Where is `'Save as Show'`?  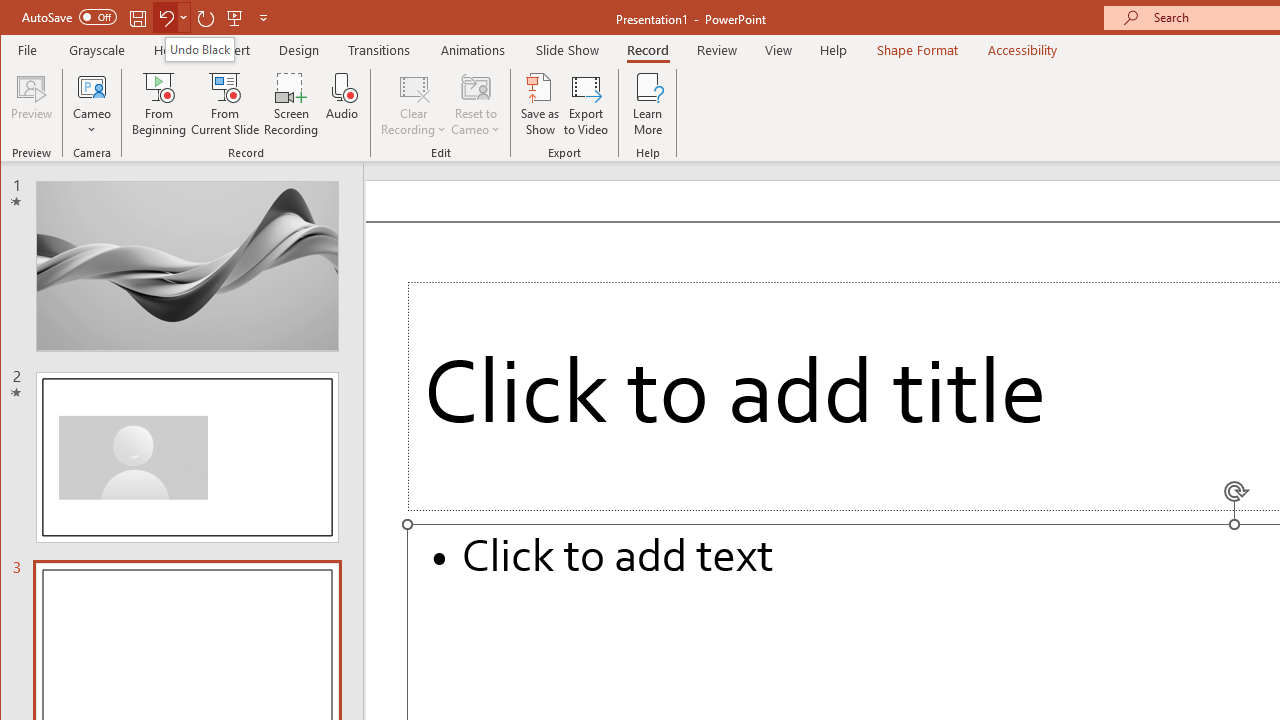
'Save as Show' is located at coordinates (540, 104).